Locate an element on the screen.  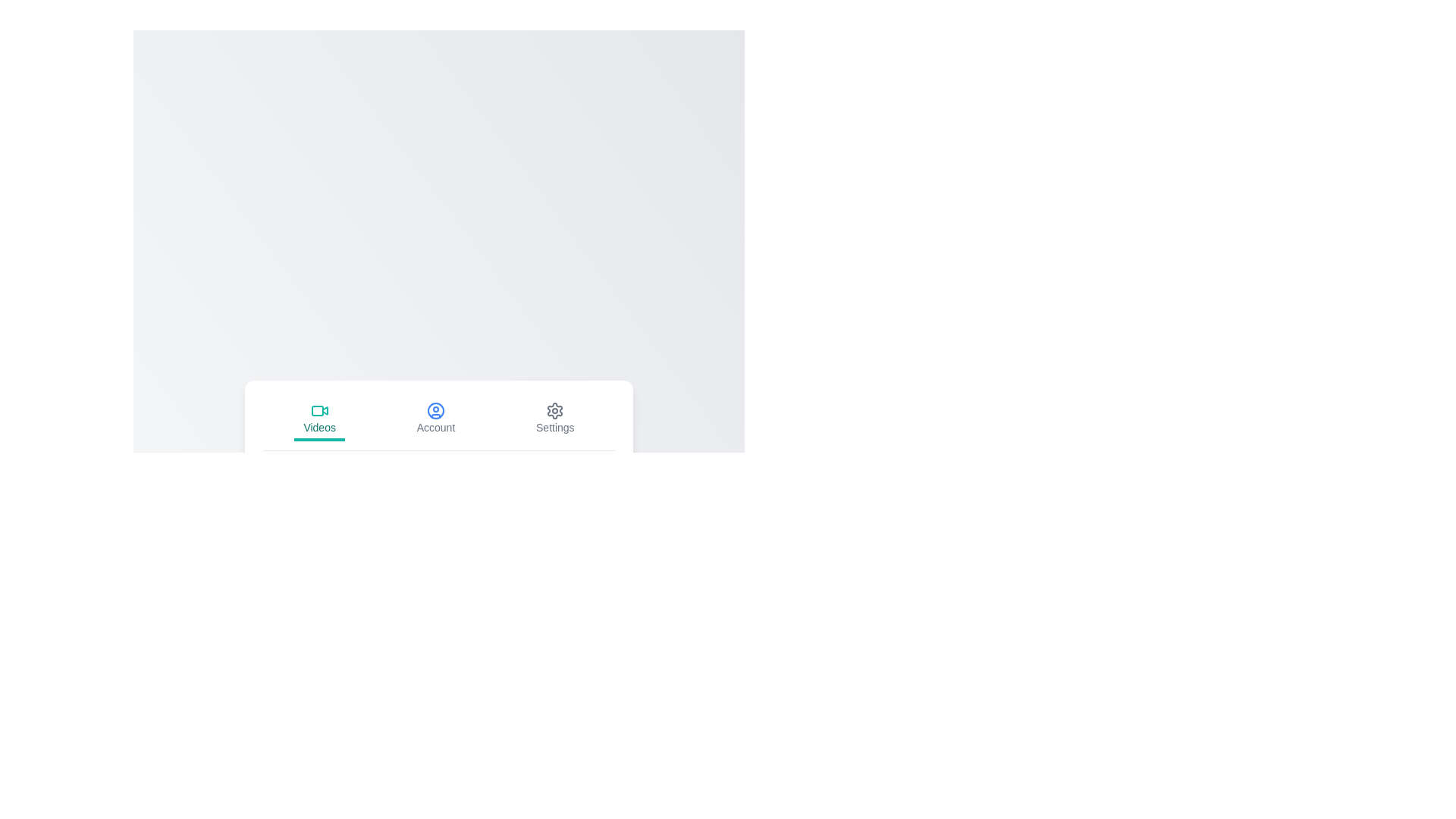
the icon of the Videos tab to select it is located at coordinates (318, 410).